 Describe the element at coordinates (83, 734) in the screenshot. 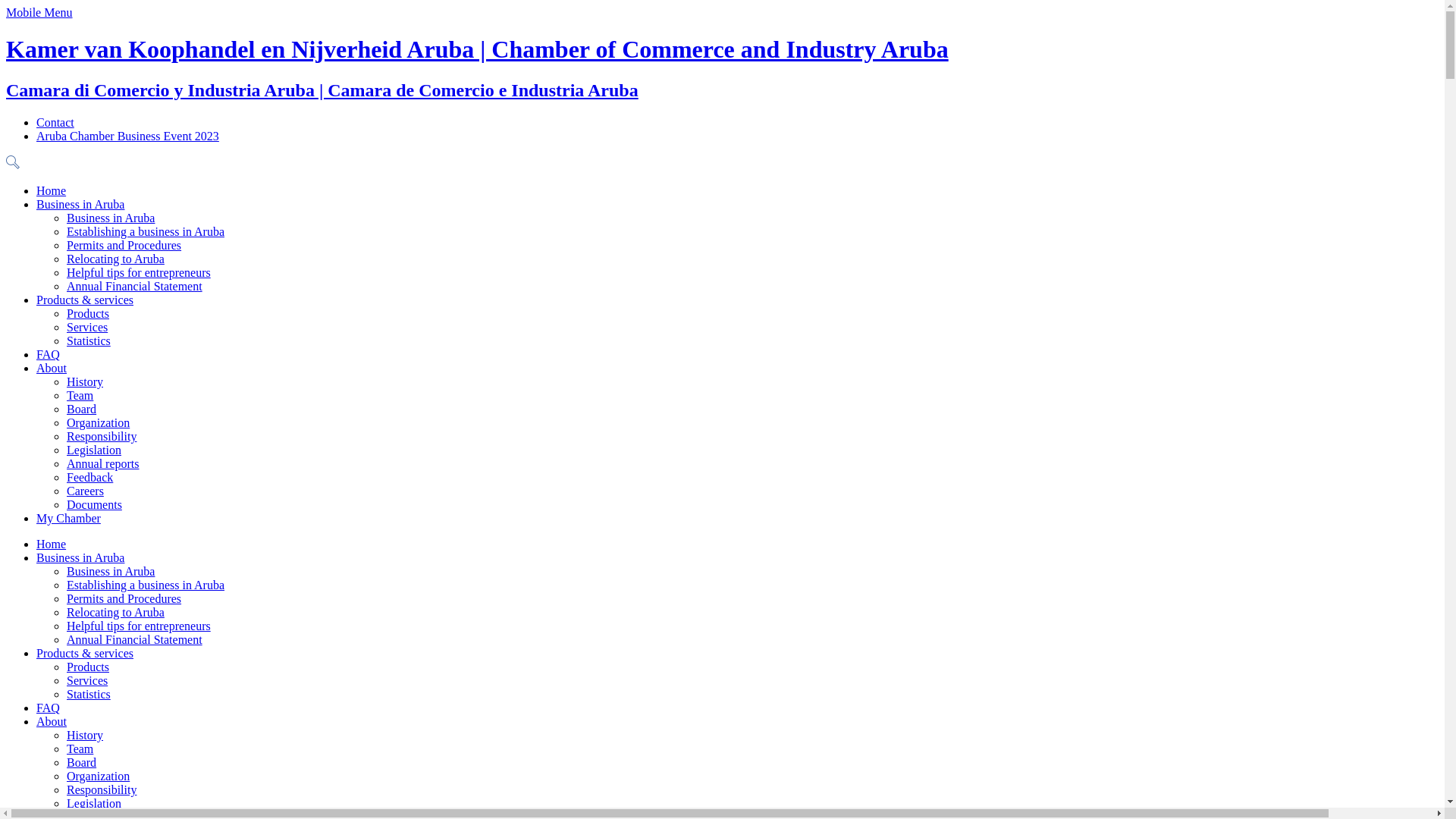

I see `'History'` at that location.